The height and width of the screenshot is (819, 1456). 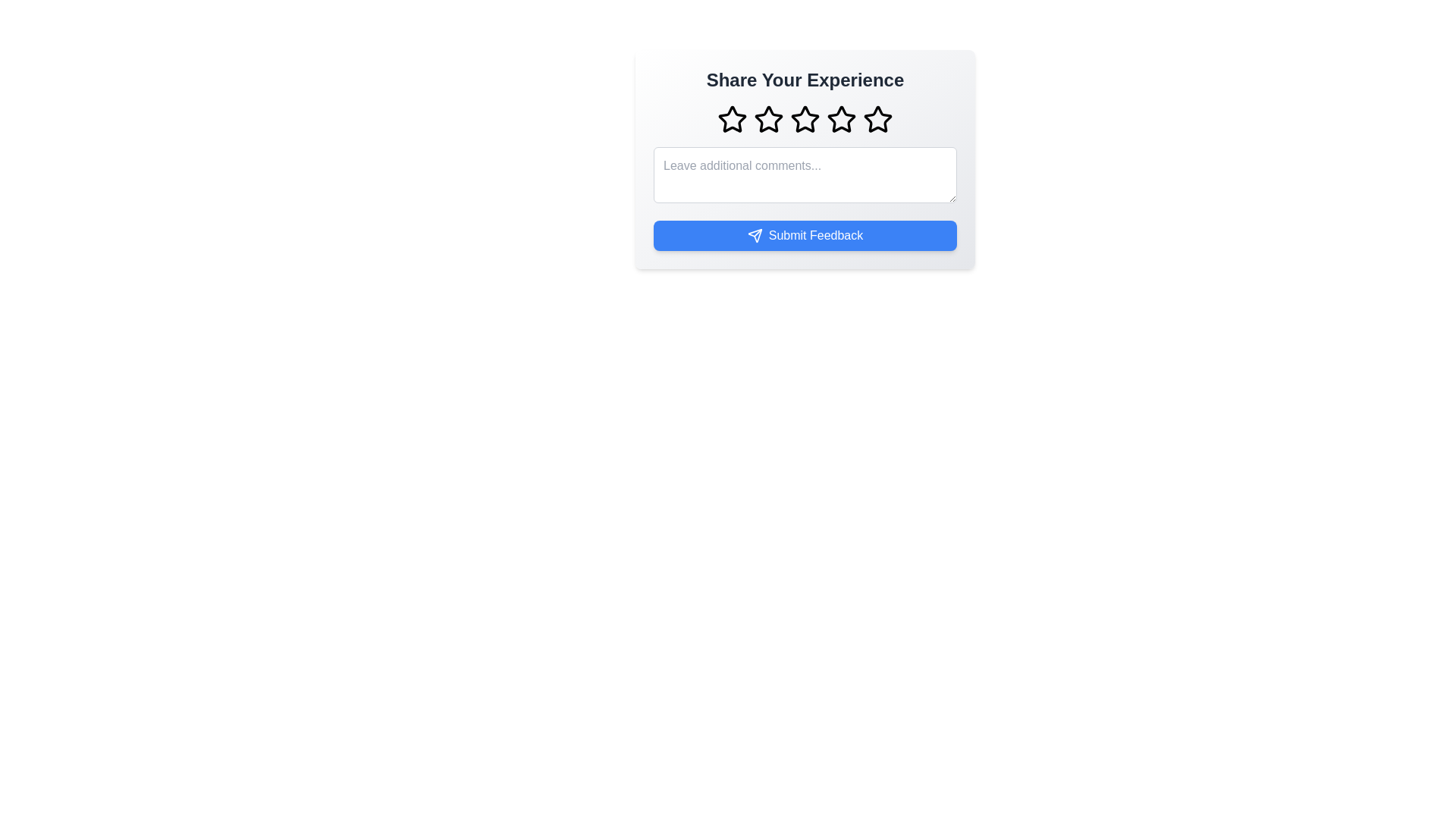 What do you see at coordinates (804, 174) in the screenshot?
I see `the text input field with placeholder text 'Leave additional comments...' to focus on it` at bounding box center [804, 174].